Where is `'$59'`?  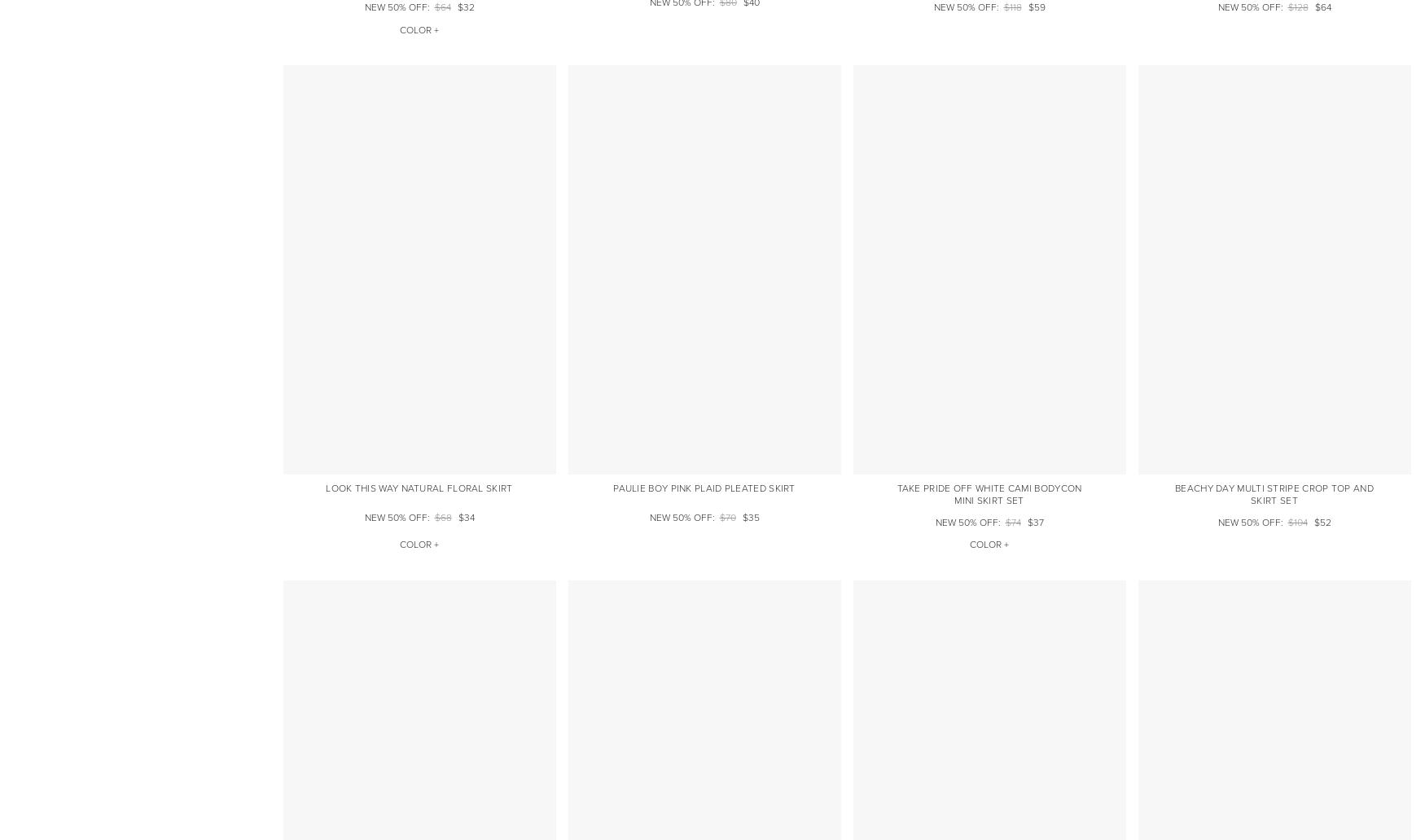 '$59' is located at coordinates (1035, 7).